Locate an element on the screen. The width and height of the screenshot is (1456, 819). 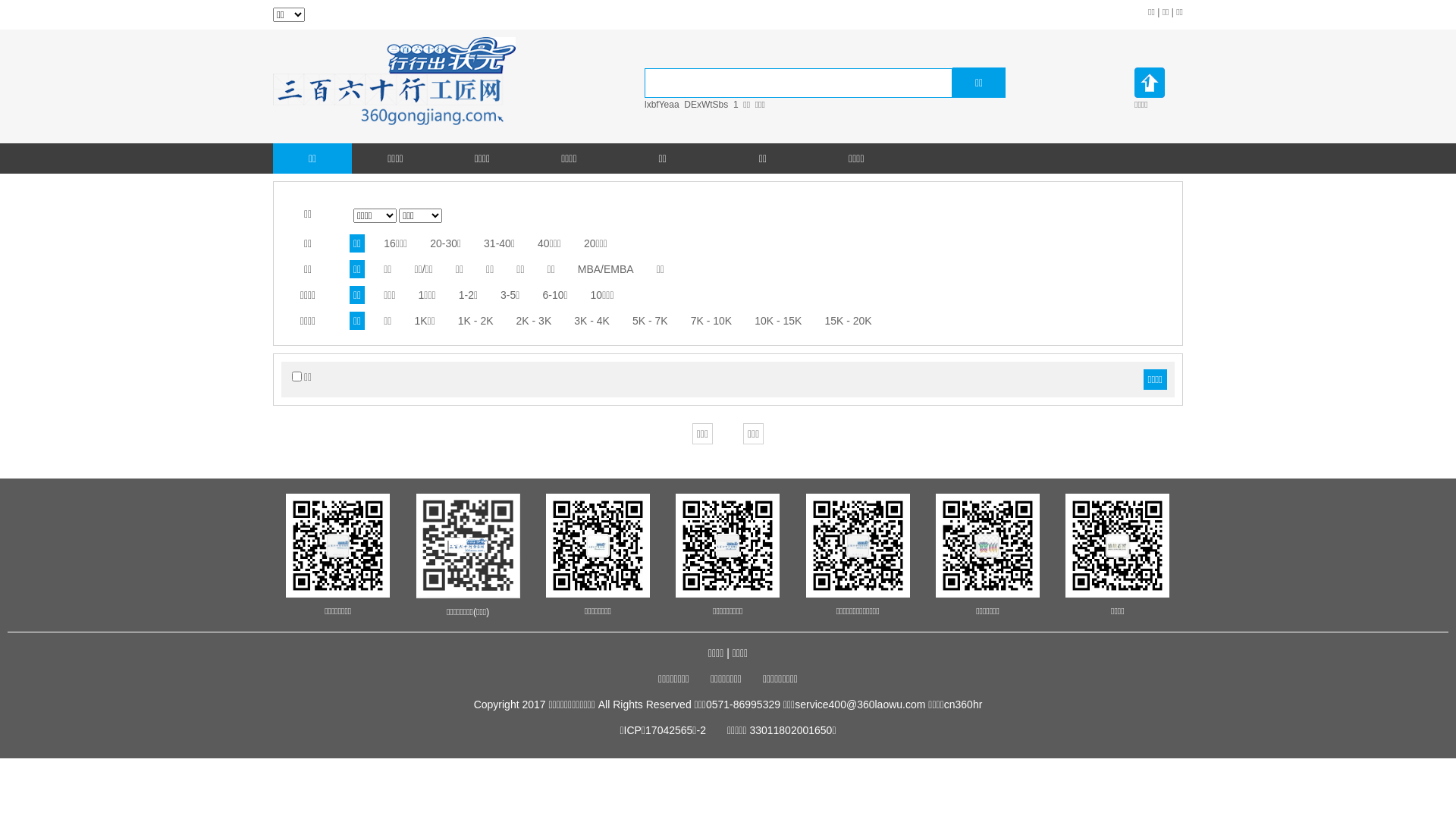
'15K - 20K' is located at coordinates (847, 320).